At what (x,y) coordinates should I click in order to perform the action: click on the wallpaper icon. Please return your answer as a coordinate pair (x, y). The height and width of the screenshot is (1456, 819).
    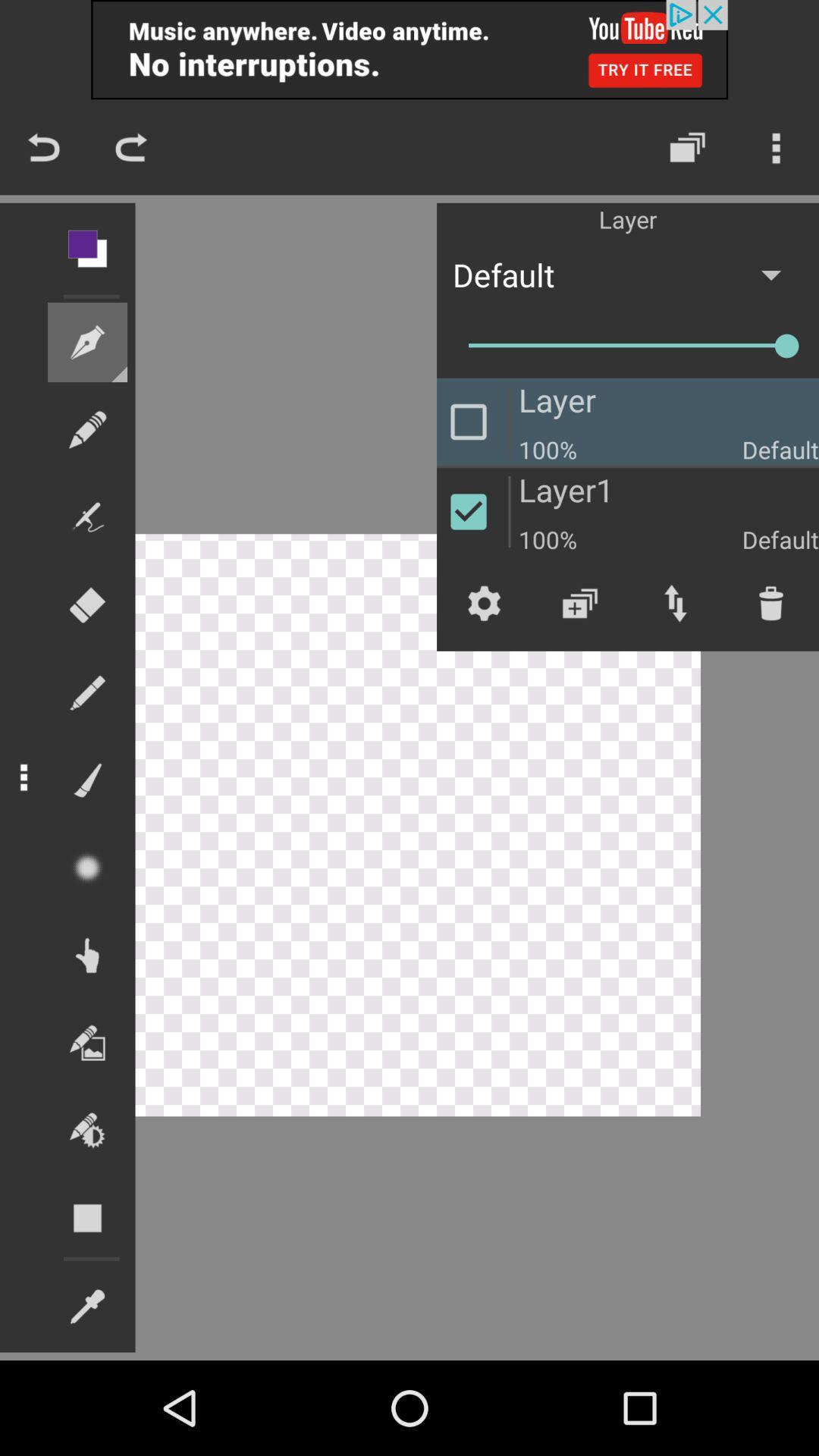
    Looking at the image, I should click on (87, 1042).